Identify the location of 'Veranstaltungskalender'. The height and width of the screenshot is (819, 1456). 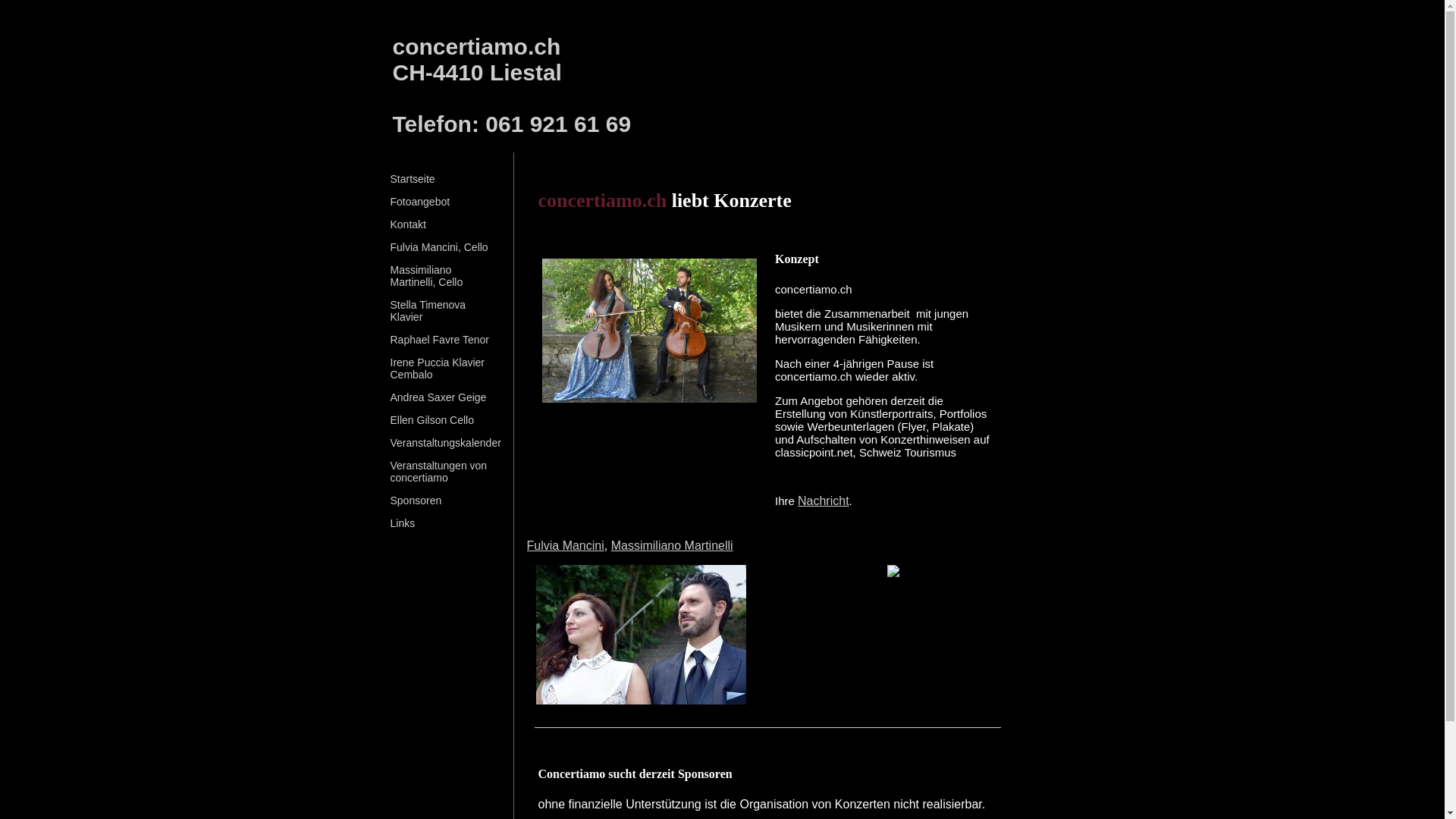
(444, 447).